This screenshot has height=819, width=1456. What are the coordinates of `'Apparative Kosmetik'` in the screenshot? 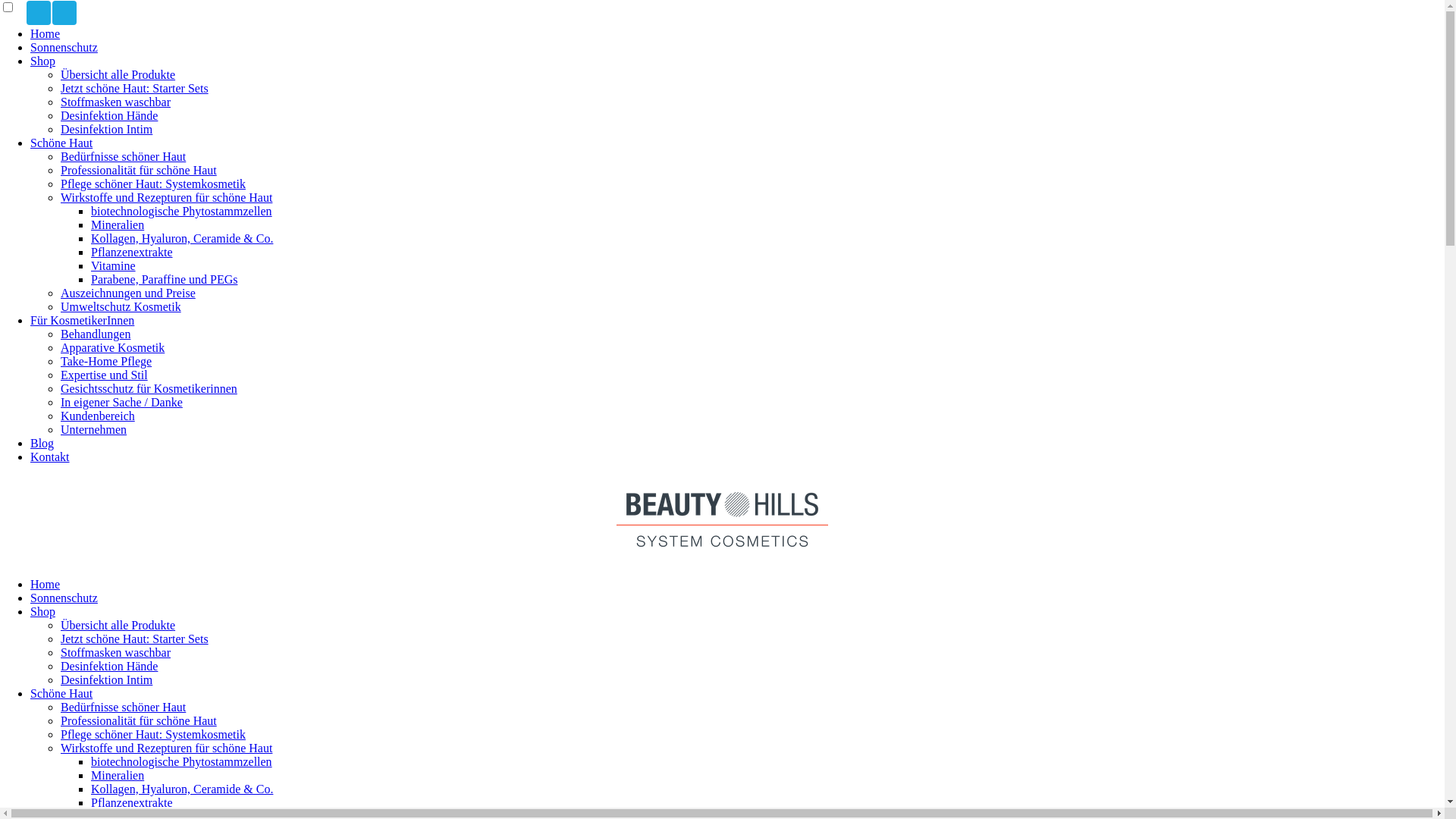 It's located at (111, 347).